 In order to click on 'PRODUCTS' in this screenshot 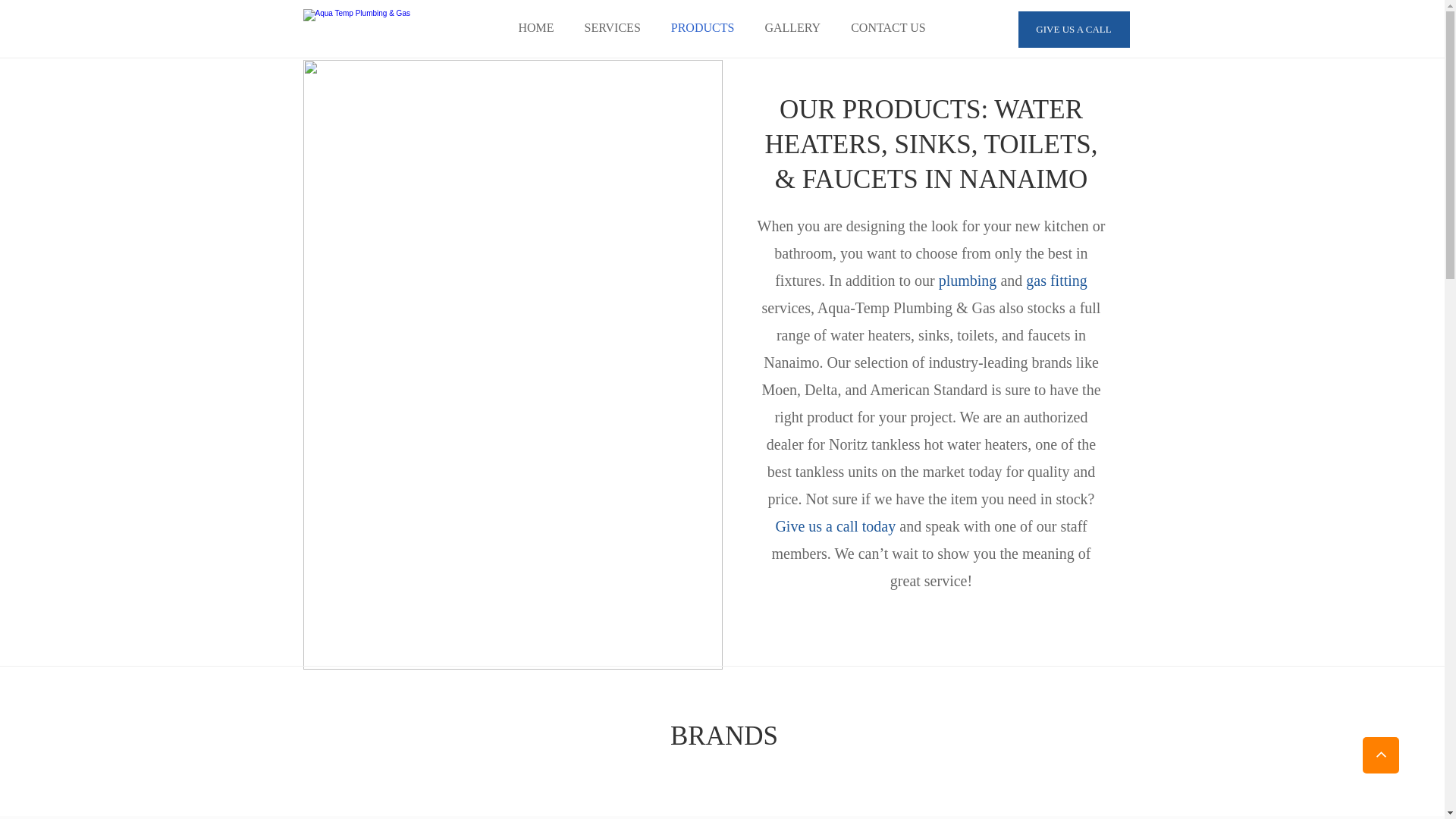, I will do `click(701, 28)`.